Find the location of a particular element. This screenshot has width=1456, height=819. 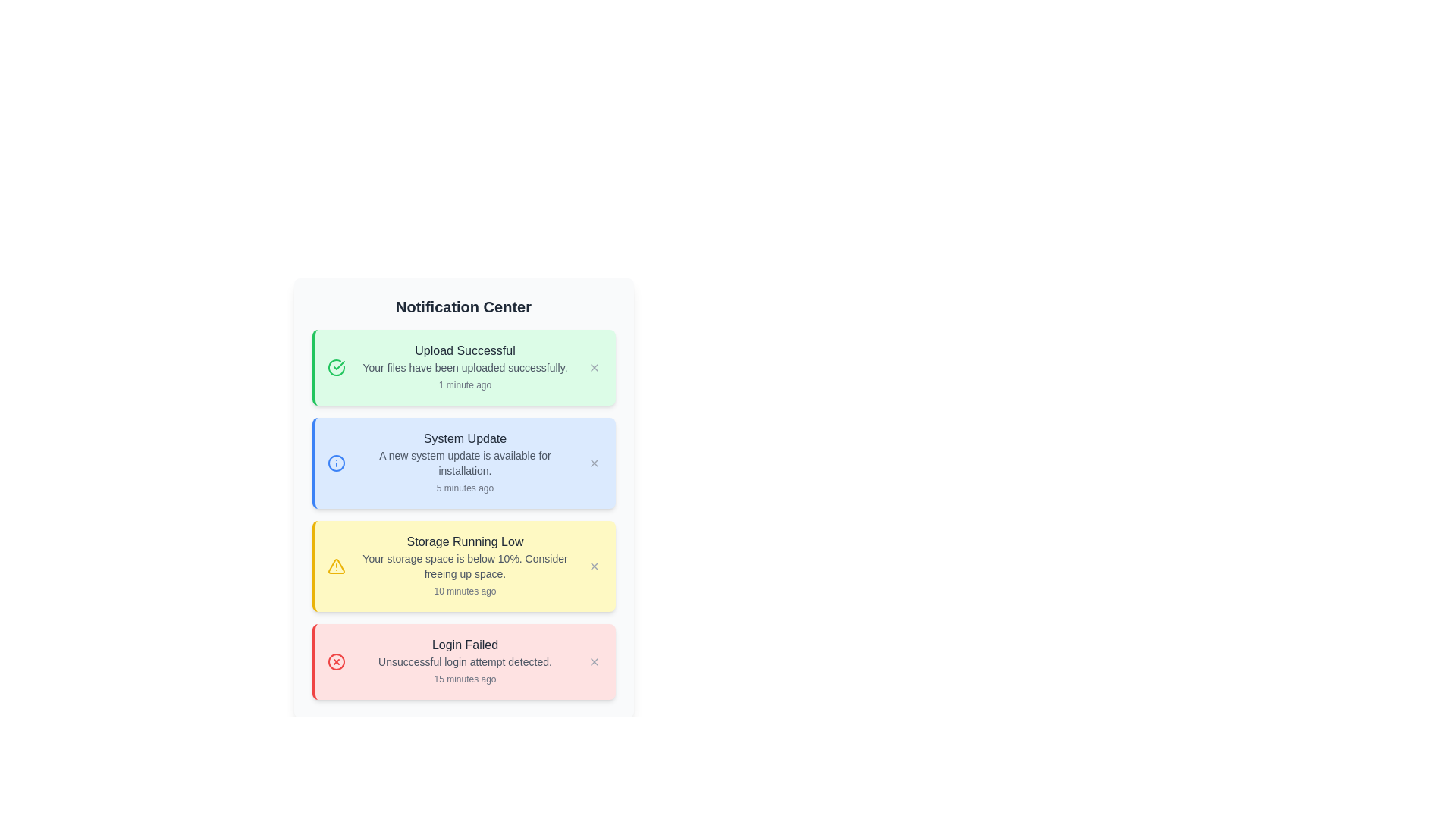

the close button in the top-right corner of the red-themed notification card titled 'Login Failed' is located at coordinates (593, 661).